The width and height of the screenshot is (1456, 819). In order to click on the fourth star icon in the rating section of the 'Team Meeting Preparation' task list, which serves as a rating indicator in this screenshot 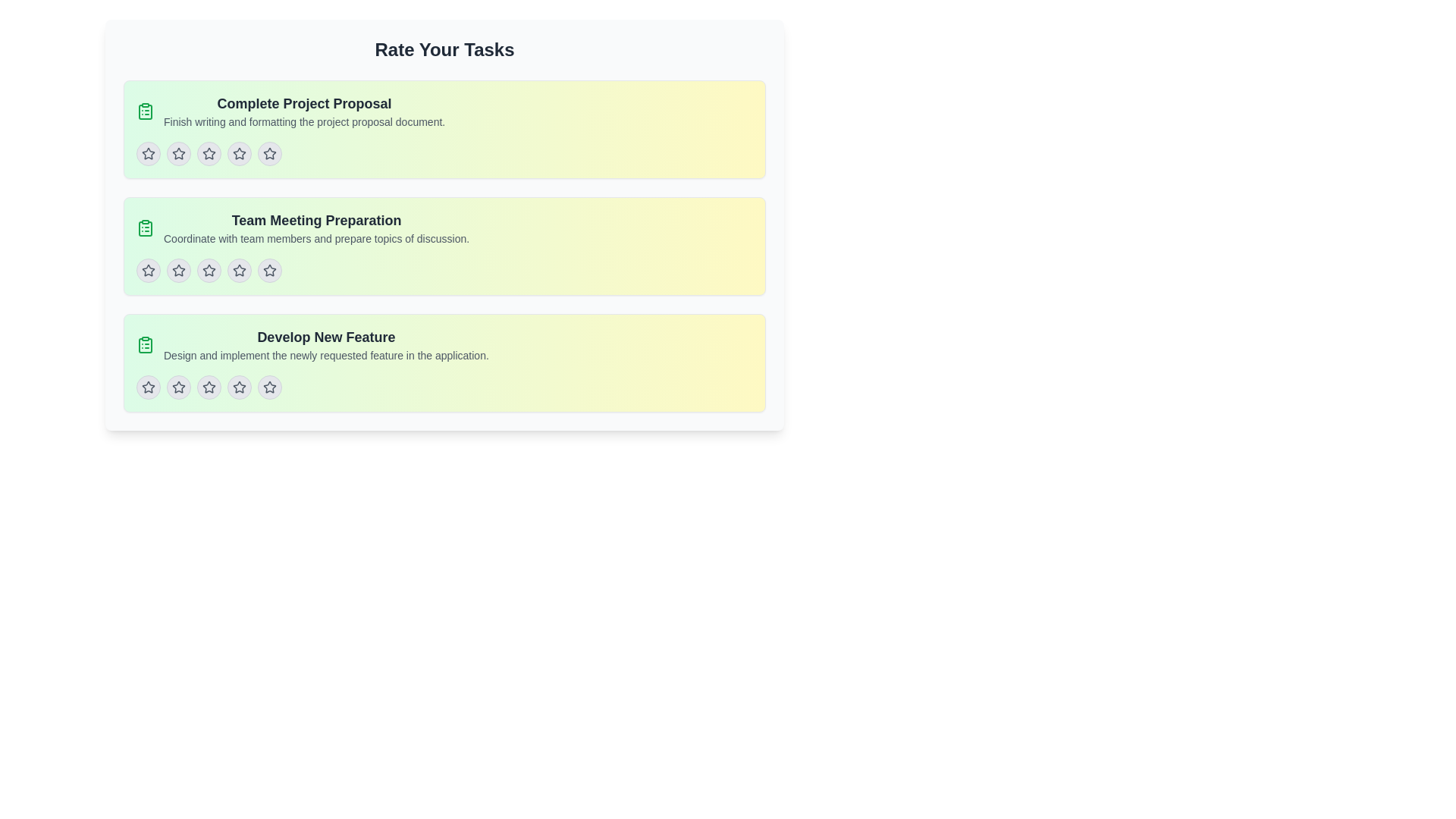, I will do `click(269, 270)`.